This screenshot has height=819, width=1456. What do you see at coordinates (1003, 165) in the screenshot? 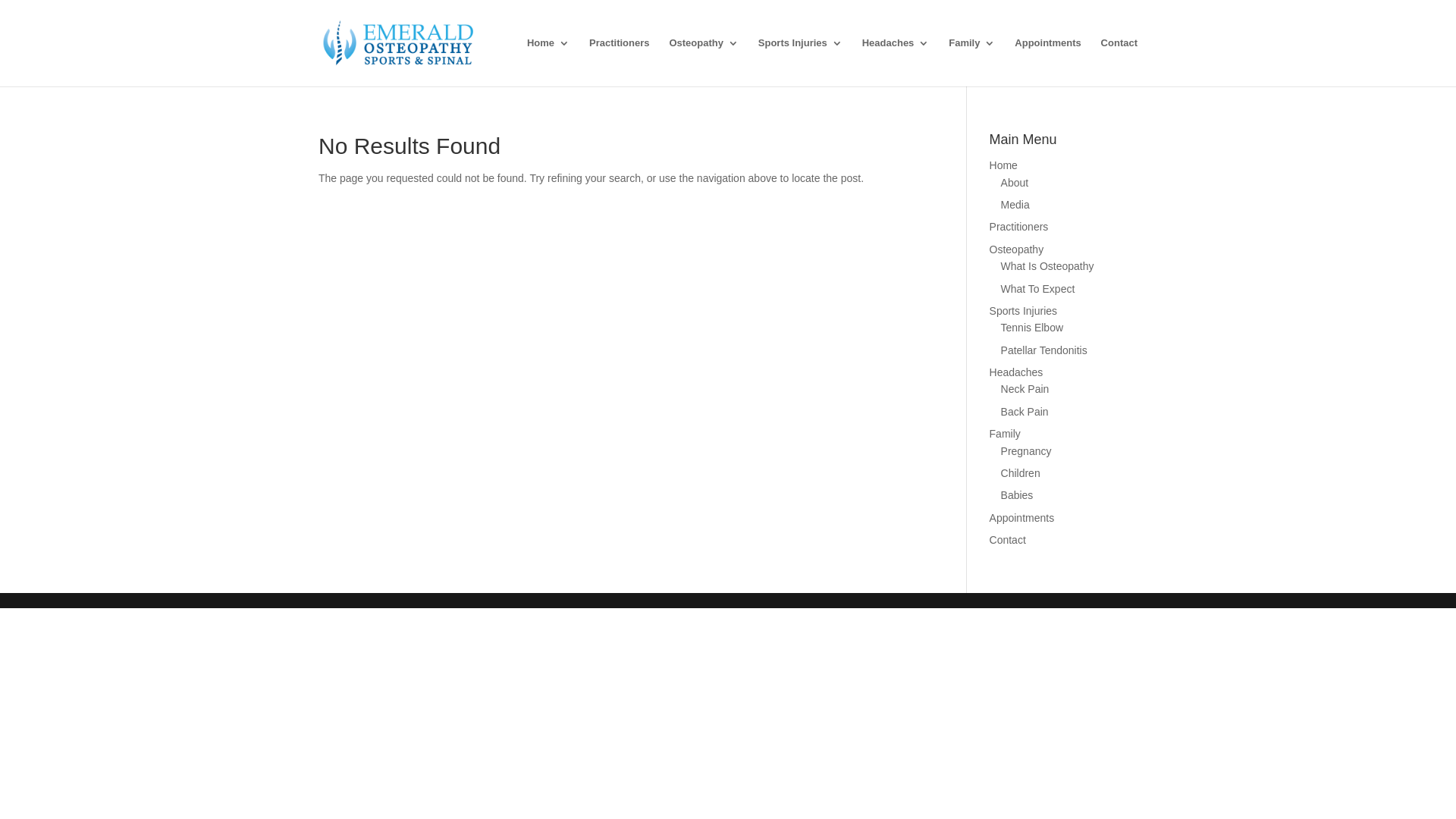
I see `'Home'` at bounding box center [1003, 165].